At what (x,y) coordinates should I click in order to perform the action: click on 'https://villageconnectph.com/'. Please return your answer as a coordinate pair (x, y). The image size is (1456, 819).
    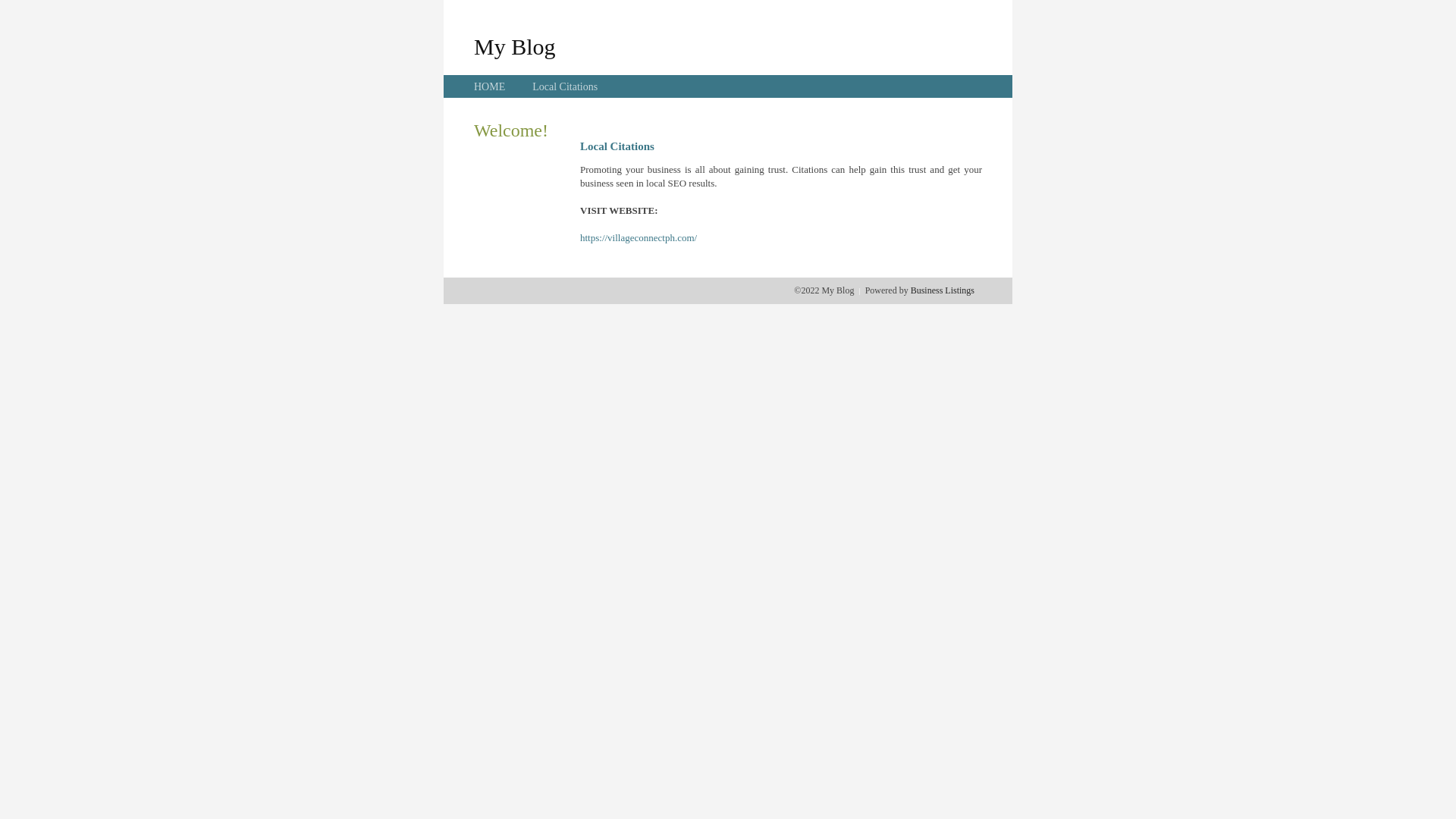
    Looking at the image, I should click on (638, 237).